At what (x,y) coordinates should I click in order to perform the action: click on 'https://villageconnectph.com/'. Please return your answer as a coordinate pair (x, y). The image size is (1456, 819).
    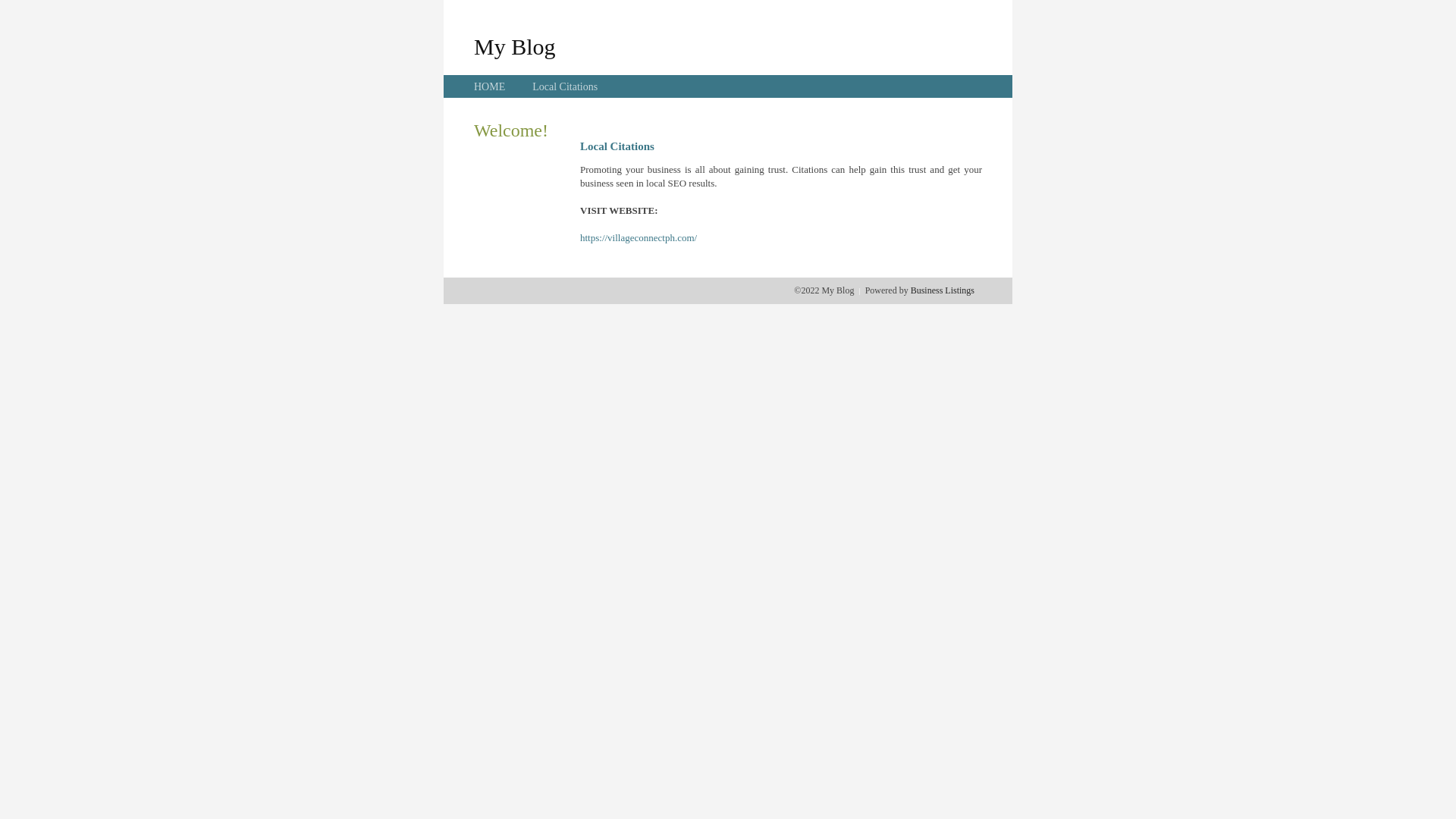
    Looking at the image, I should click on (638, 237).